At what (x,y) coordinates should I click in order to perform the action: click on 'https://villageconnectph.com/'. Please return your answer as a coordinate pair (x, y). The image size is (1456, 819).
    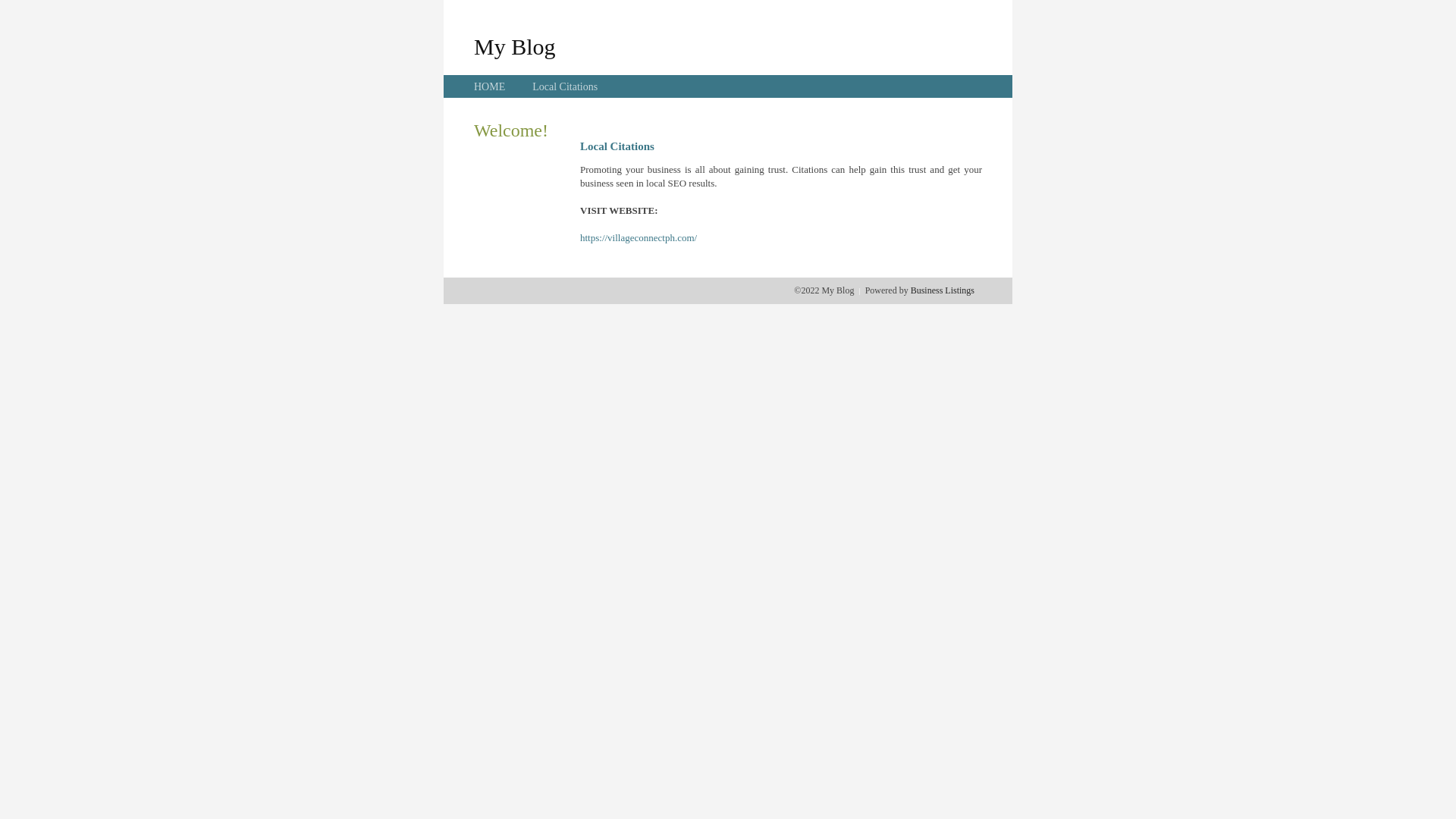
    Looking at the image, I should click on (638, 237).